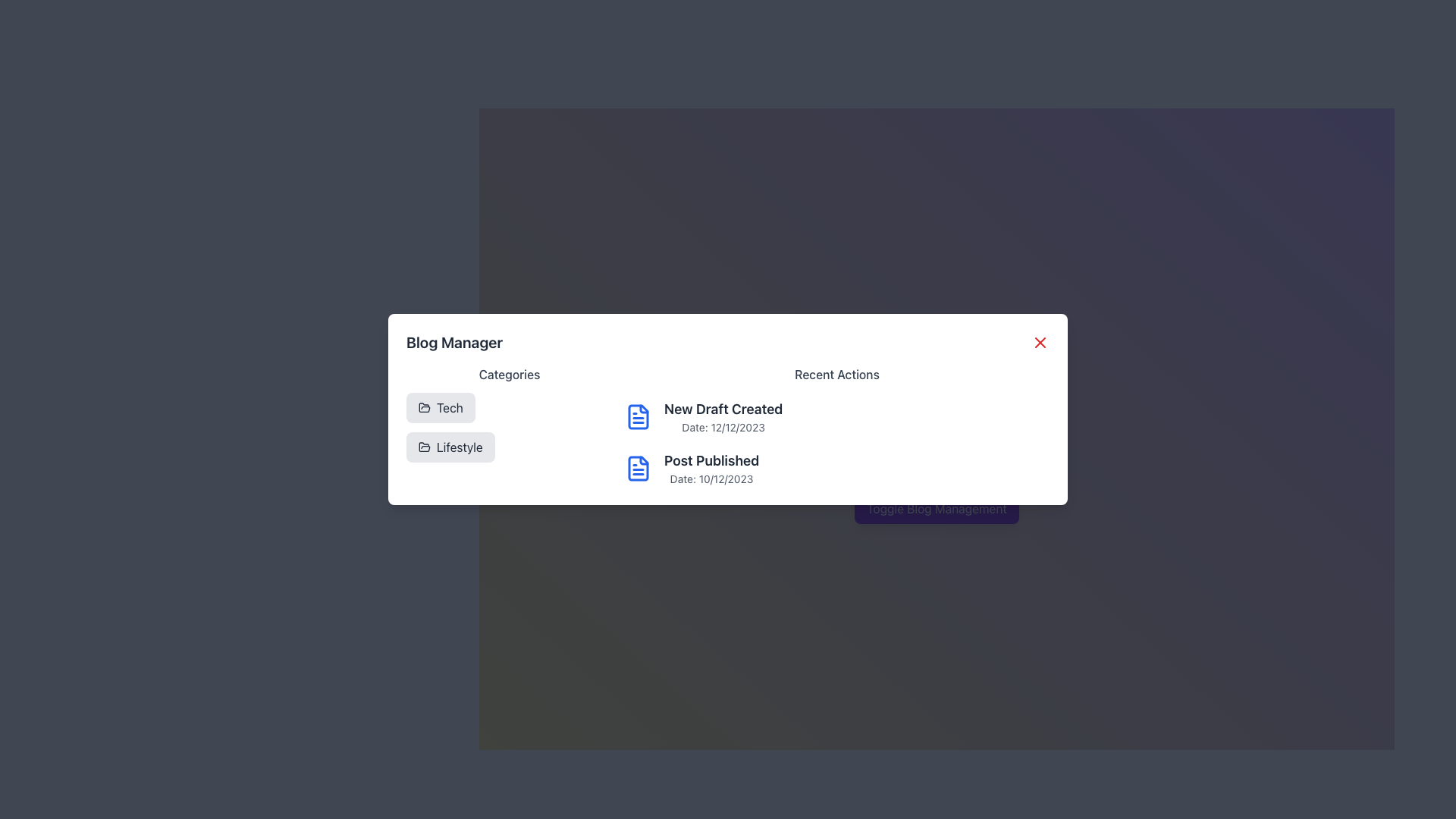 The width and height of the screenshot is (1456, 819). I want to click on the title header in the 'Recent Actions' section that indicates the creation of a new draft, positioned above the 'Date: 12/12/2023' text and to the right of the document icon, so click(723, 409).